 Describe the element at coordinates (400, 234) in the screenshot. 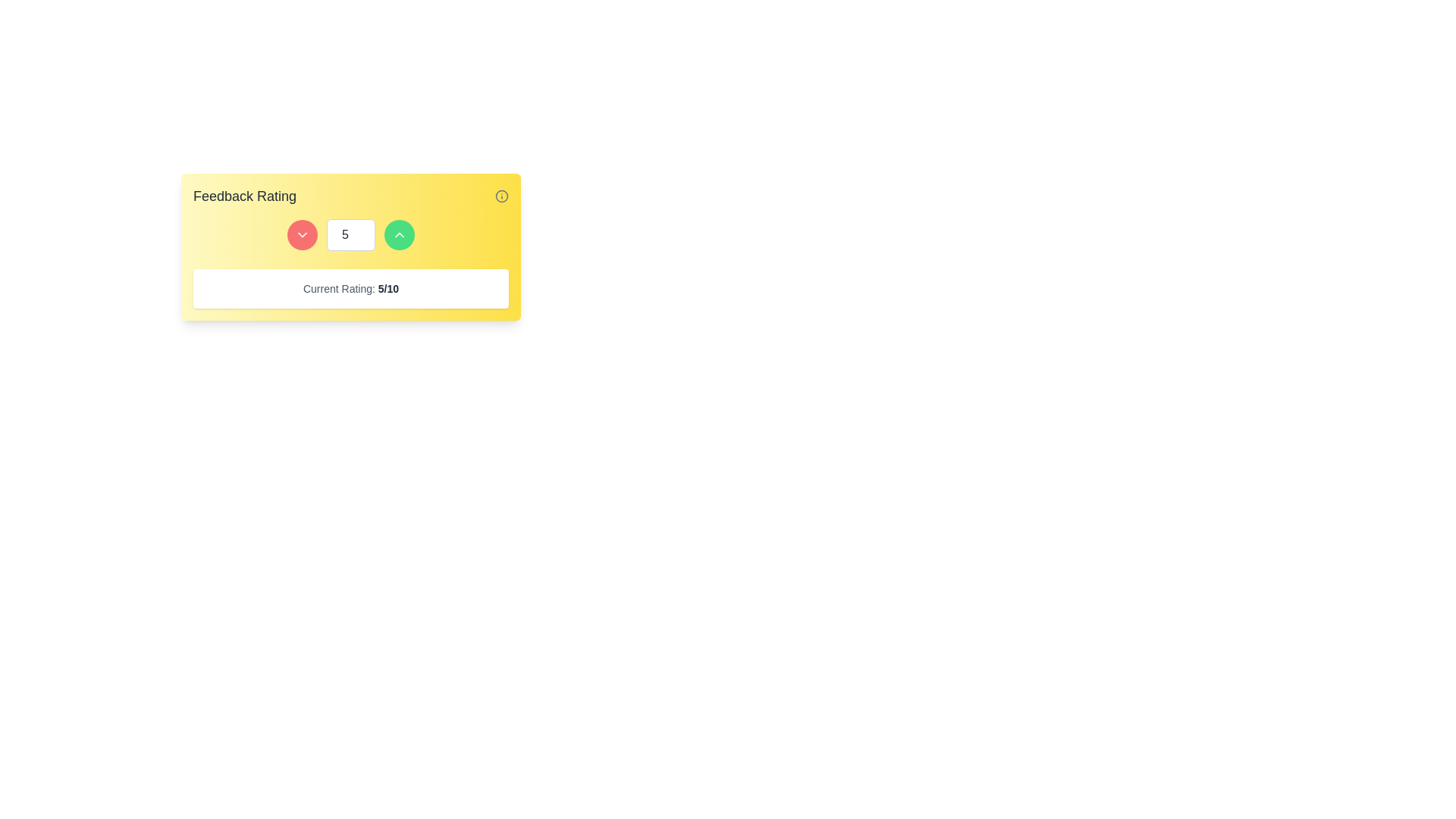

I see `the increment button located to the right of the input field displaying '5', which is the third button in a horizontal arrangement` at that location.